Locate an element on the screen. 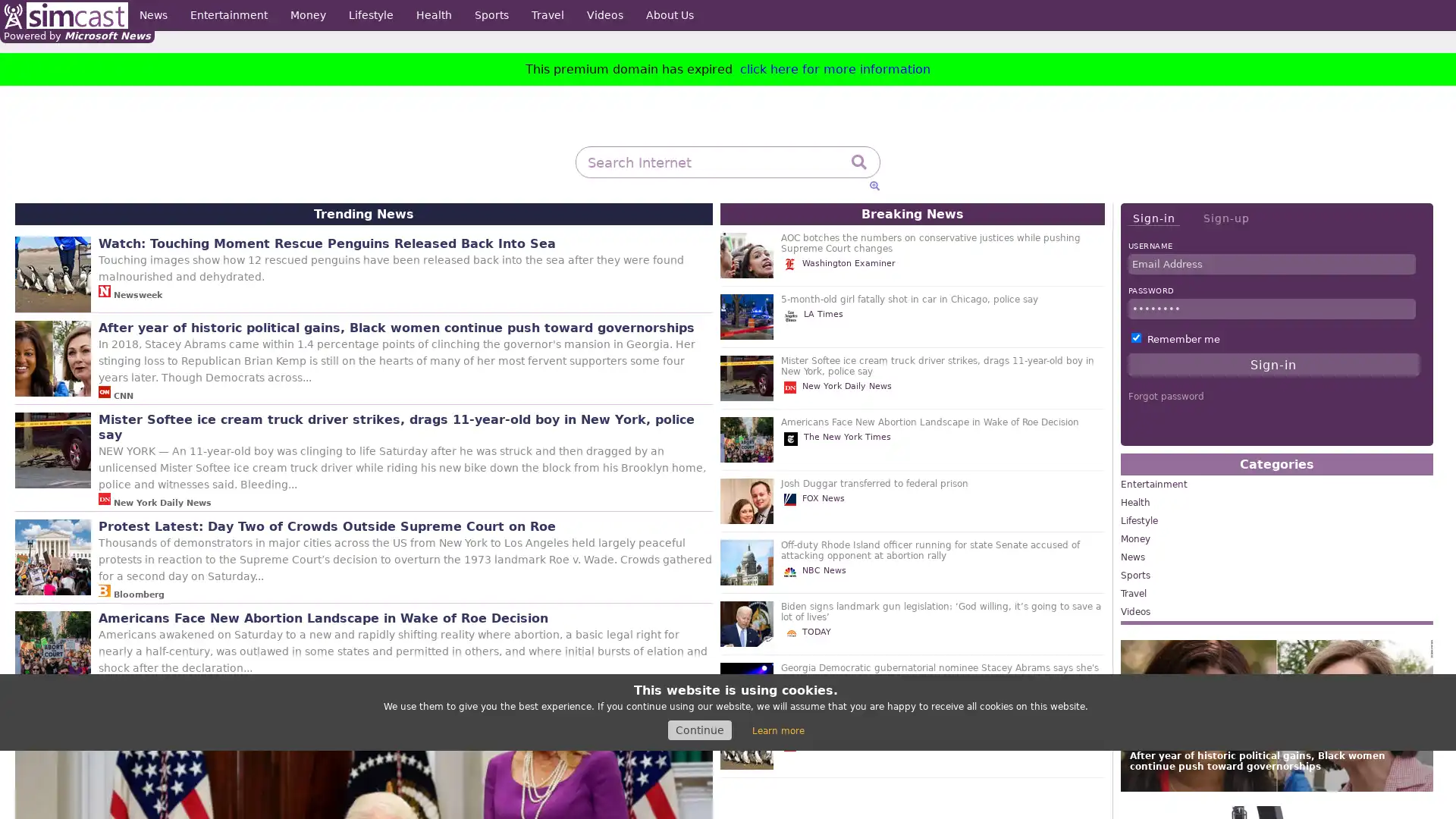 Image resolution: width=1456 pixels, height=819 pixels. Sign-in is located at coordinates (1153, 218).